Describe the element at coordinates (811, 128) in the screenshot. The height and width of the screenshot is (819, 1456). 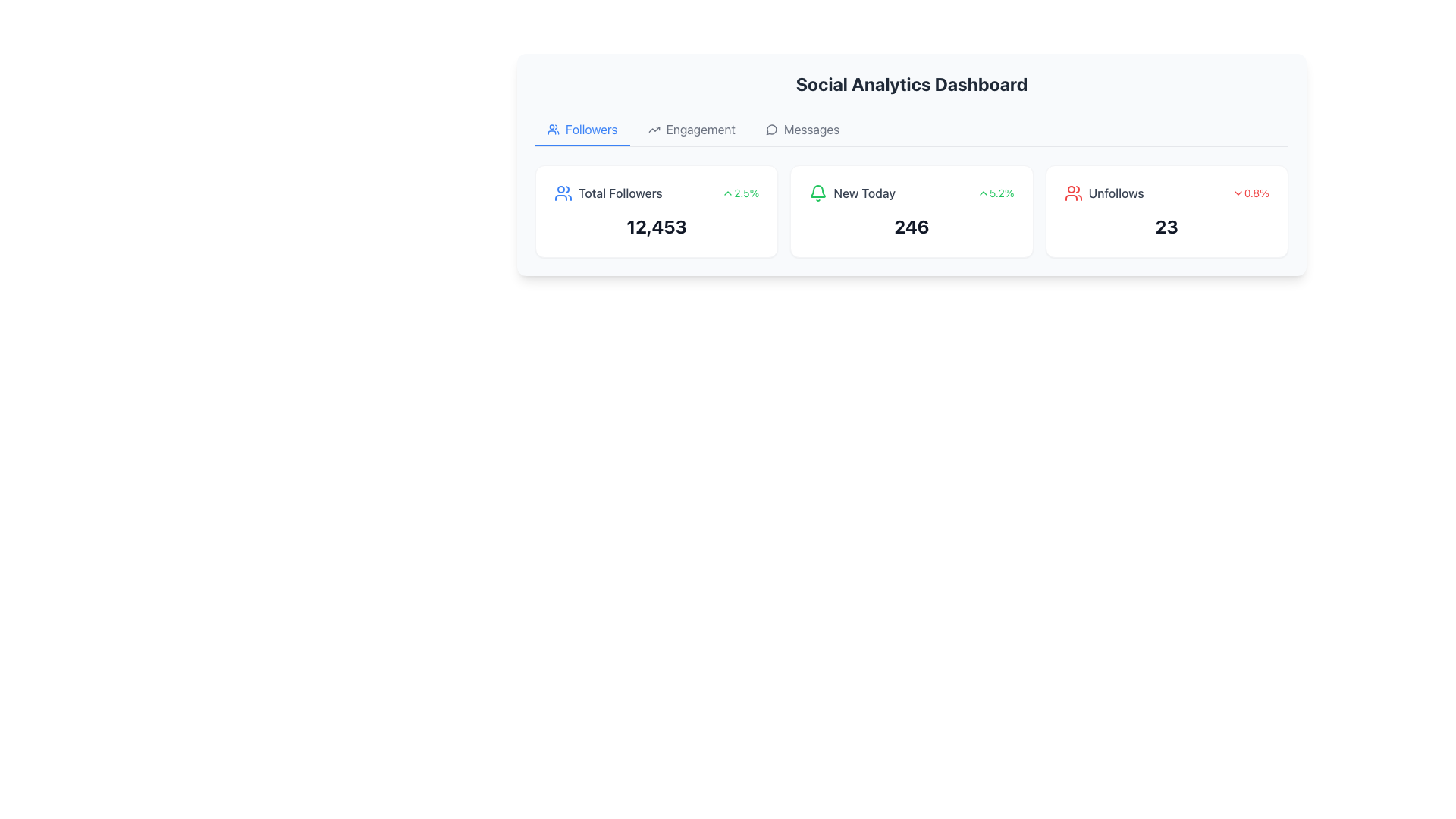
I see `the 'Messages' text label displayed in gray font style, located to the right of the speech bubble icon in the horizontal navigation bar below the 'Social Analytics Dashboard' title` at that location.